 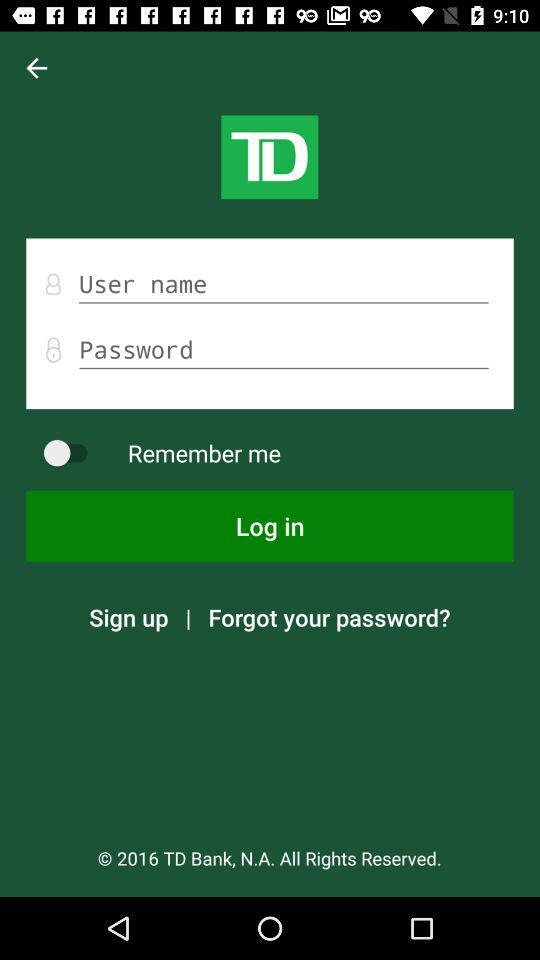 What do you see at coordinates (329, 616) in the screenshot?
I see `icon to the right of | icon` at bounding box center [329, 616].